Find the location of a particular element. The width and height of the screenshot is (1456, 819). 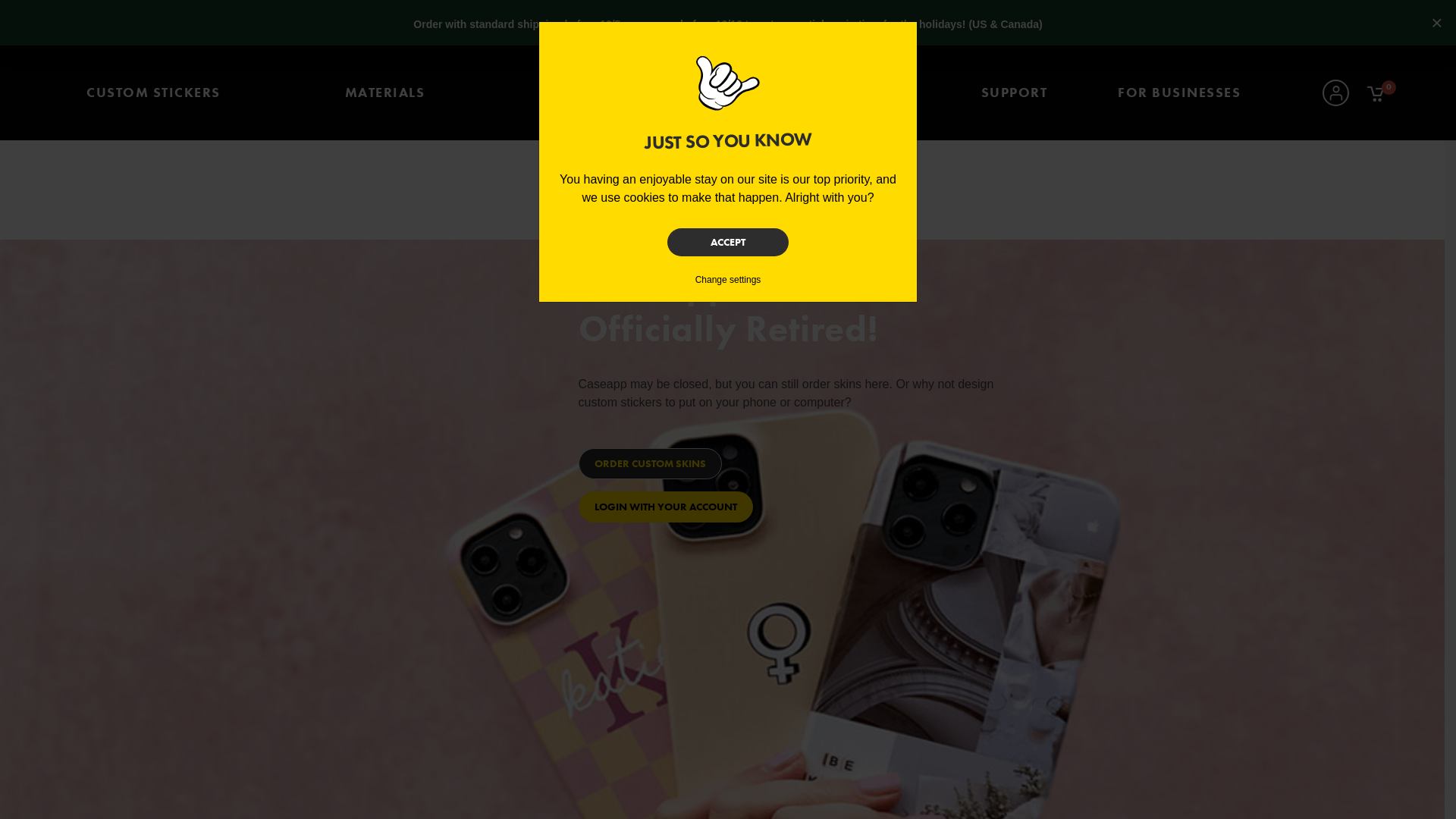

'ORDER CUSTOM SKINS' is located at coordinates (577, 463).